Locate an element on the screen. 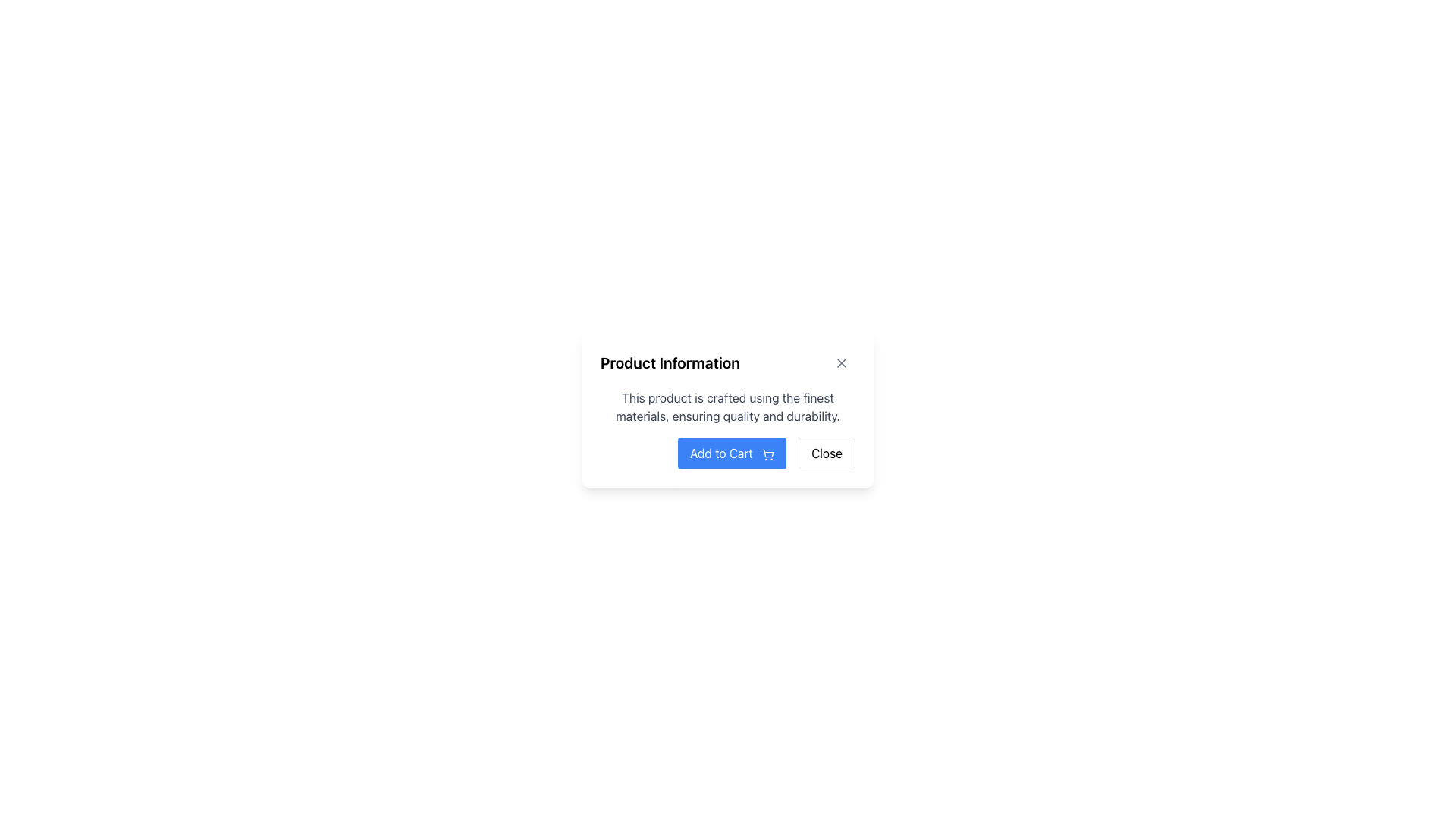  the circular button with a cross (X) symbol inside, located at the top-right corner of the 'Product Information' section is located at coordinates (840, 362).